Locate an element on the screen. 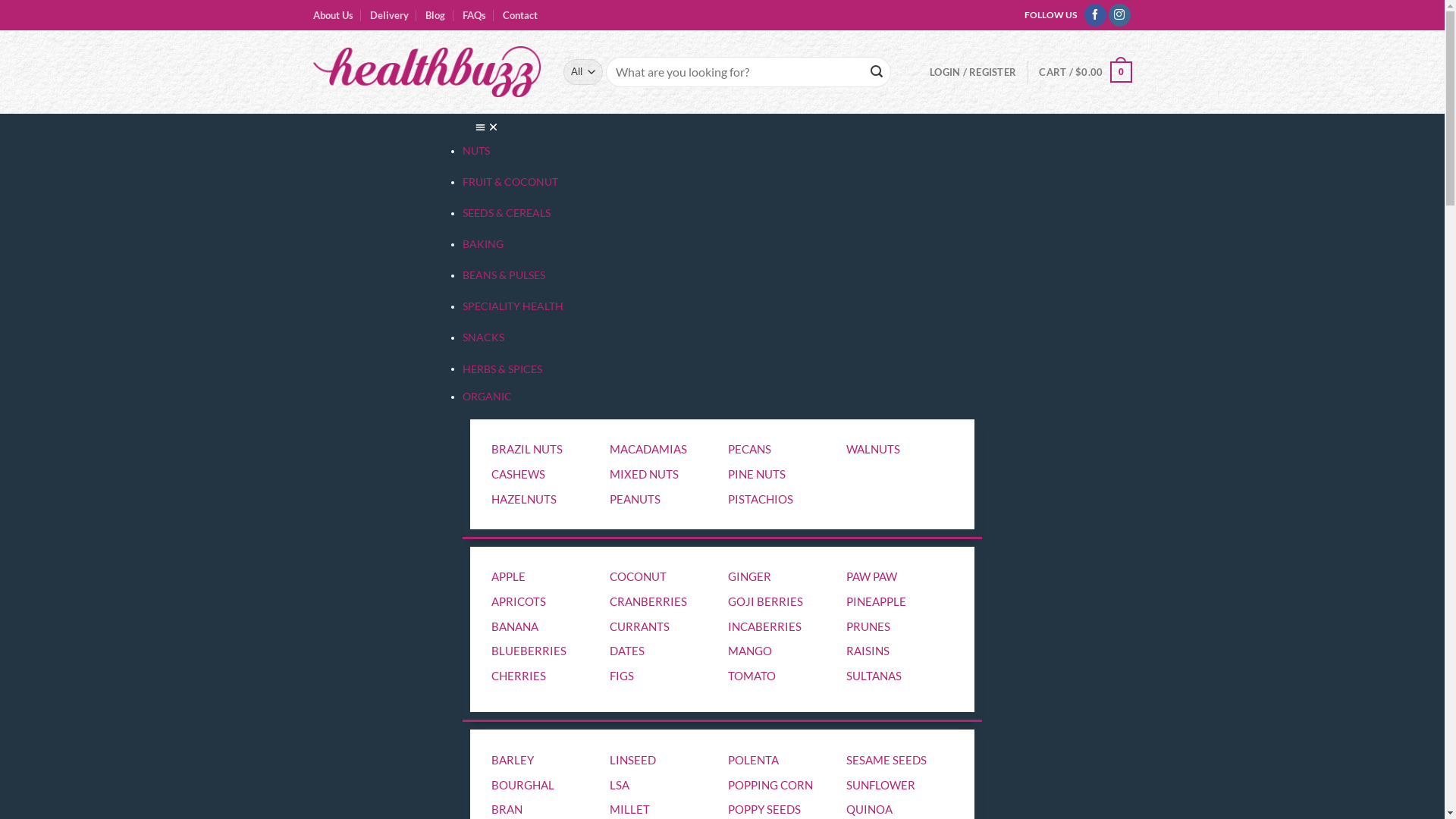  'APPLE' is located at coordinates (491, 576).